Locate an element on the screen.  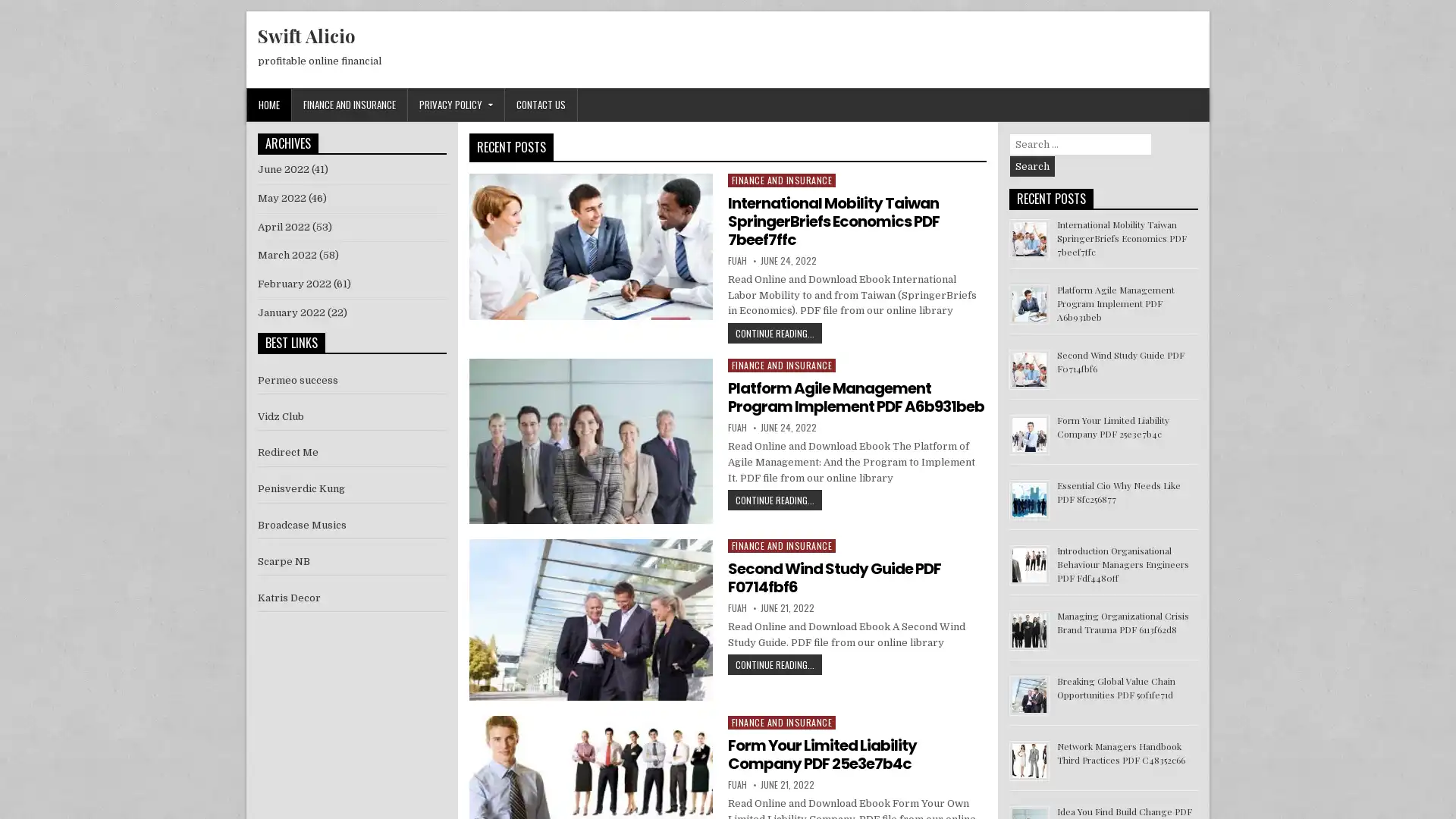
Search is located at coordinates (1031, 166).